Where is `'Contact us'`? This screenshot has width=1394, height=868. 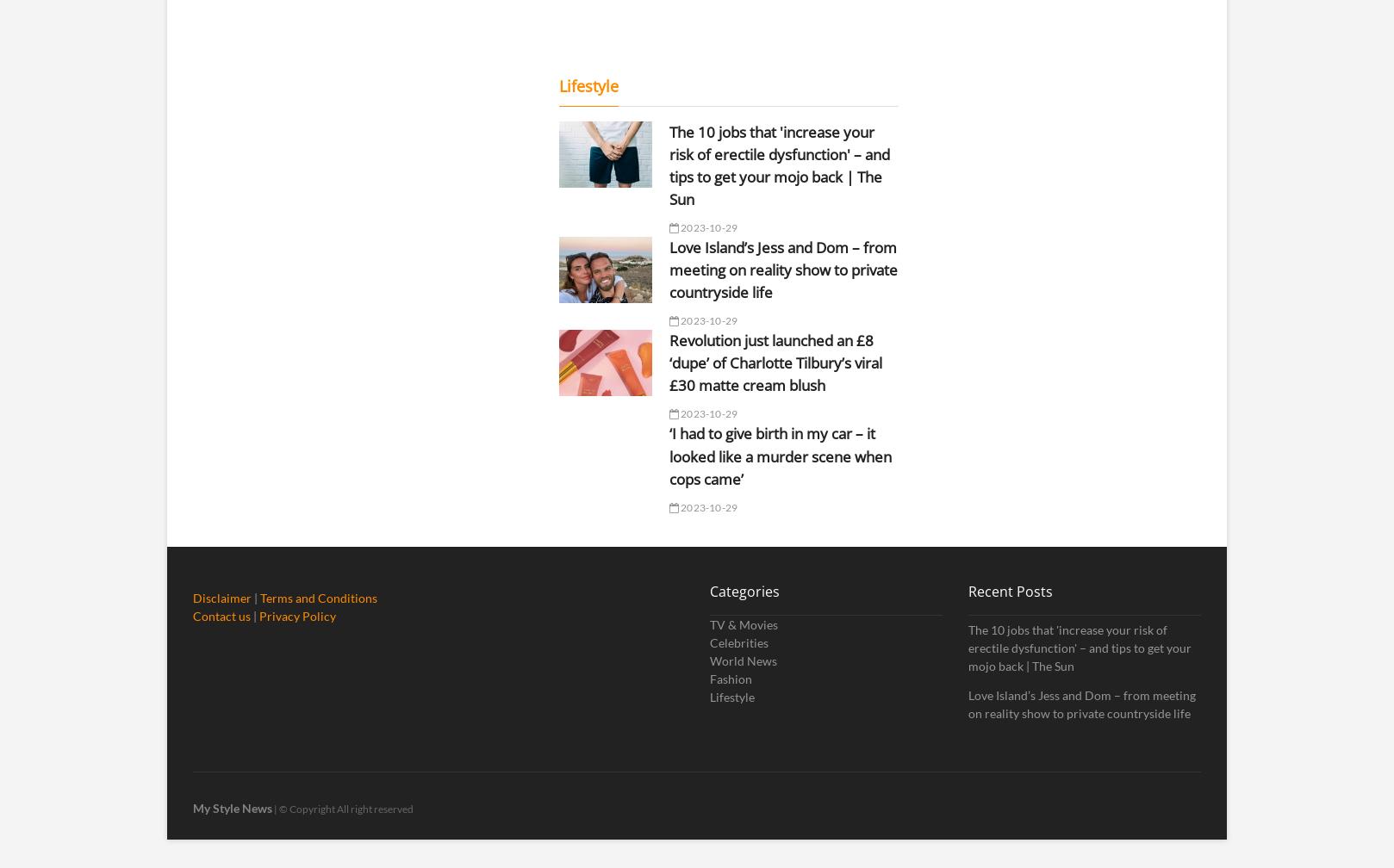
'Contact us' is located at coordinates (221, 615).